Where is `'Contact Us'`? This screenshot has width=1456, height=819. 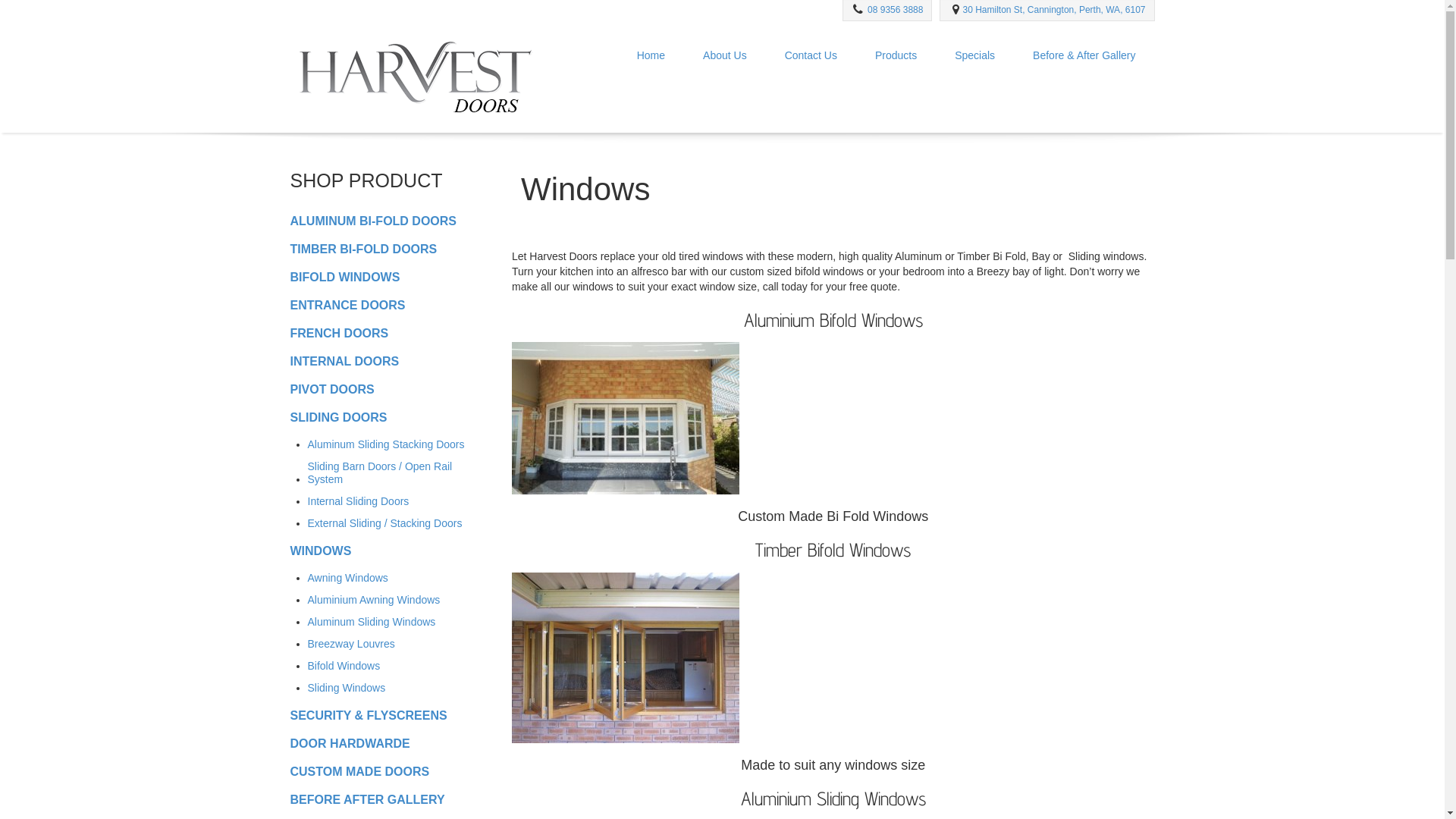 'Contact Us' is located at coordinates (810, 55).